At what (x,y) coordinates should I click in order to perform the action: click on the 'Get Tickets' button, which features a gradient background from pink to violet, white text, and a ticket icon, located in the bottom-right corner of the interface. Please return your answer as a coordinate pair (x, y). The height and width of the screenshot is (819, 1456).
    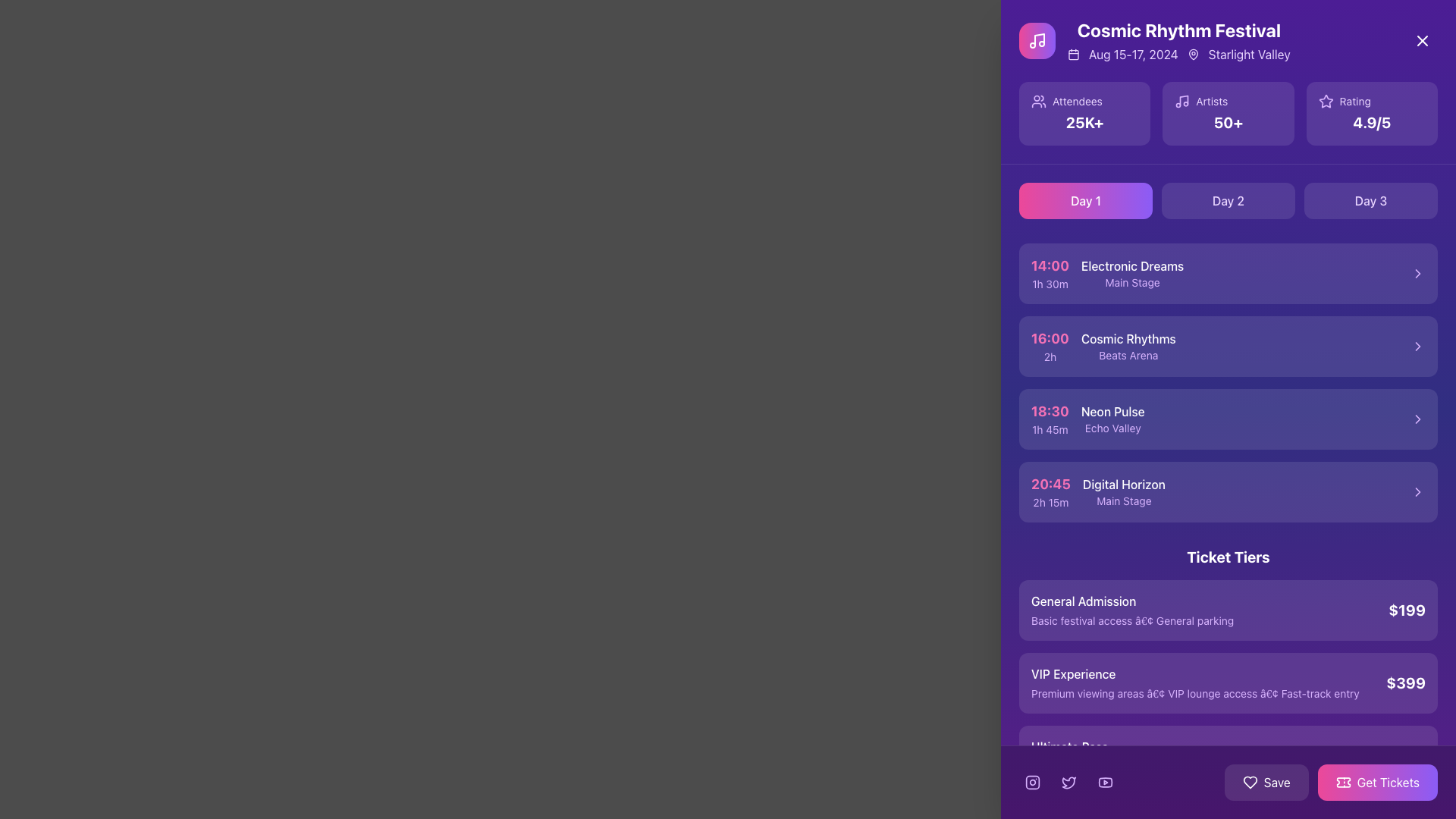
    Looking at the image, I should click on (1330, 783).